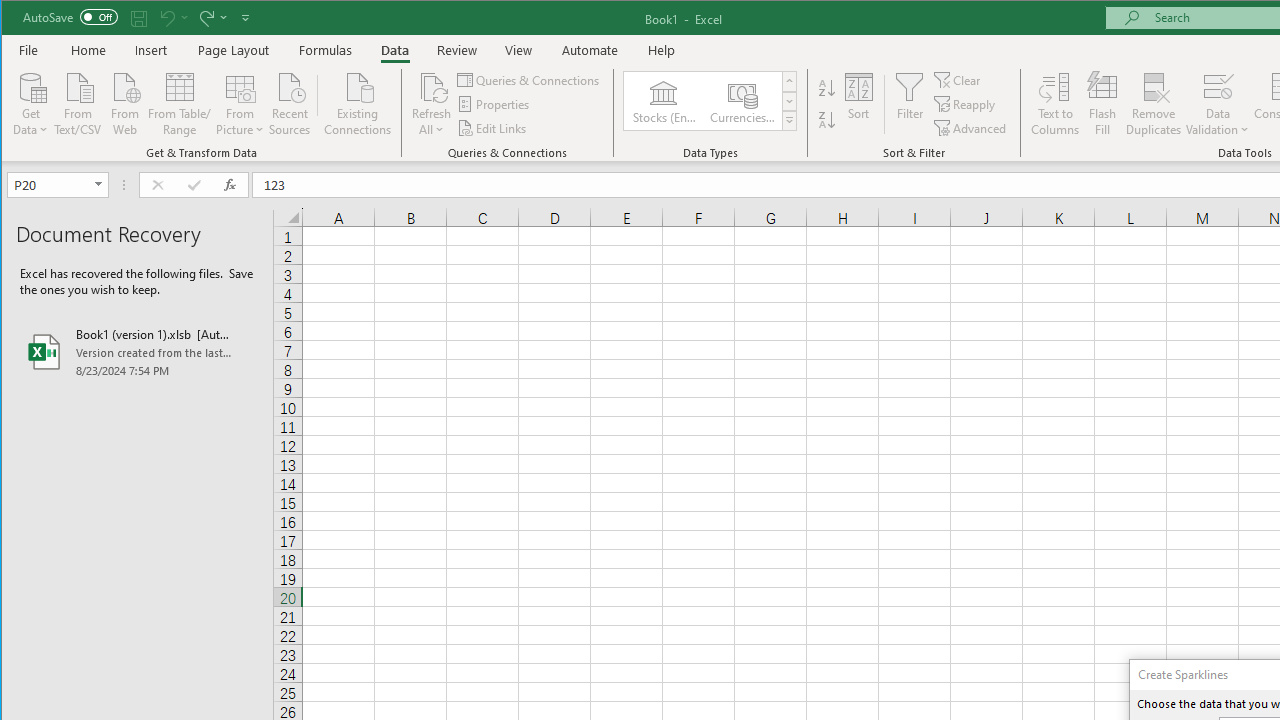 The width and height of the screenshot is (1280, 720). Describe the element at coordinates (240, 102) in the screenshot. I see `'From Picture'` at that location.